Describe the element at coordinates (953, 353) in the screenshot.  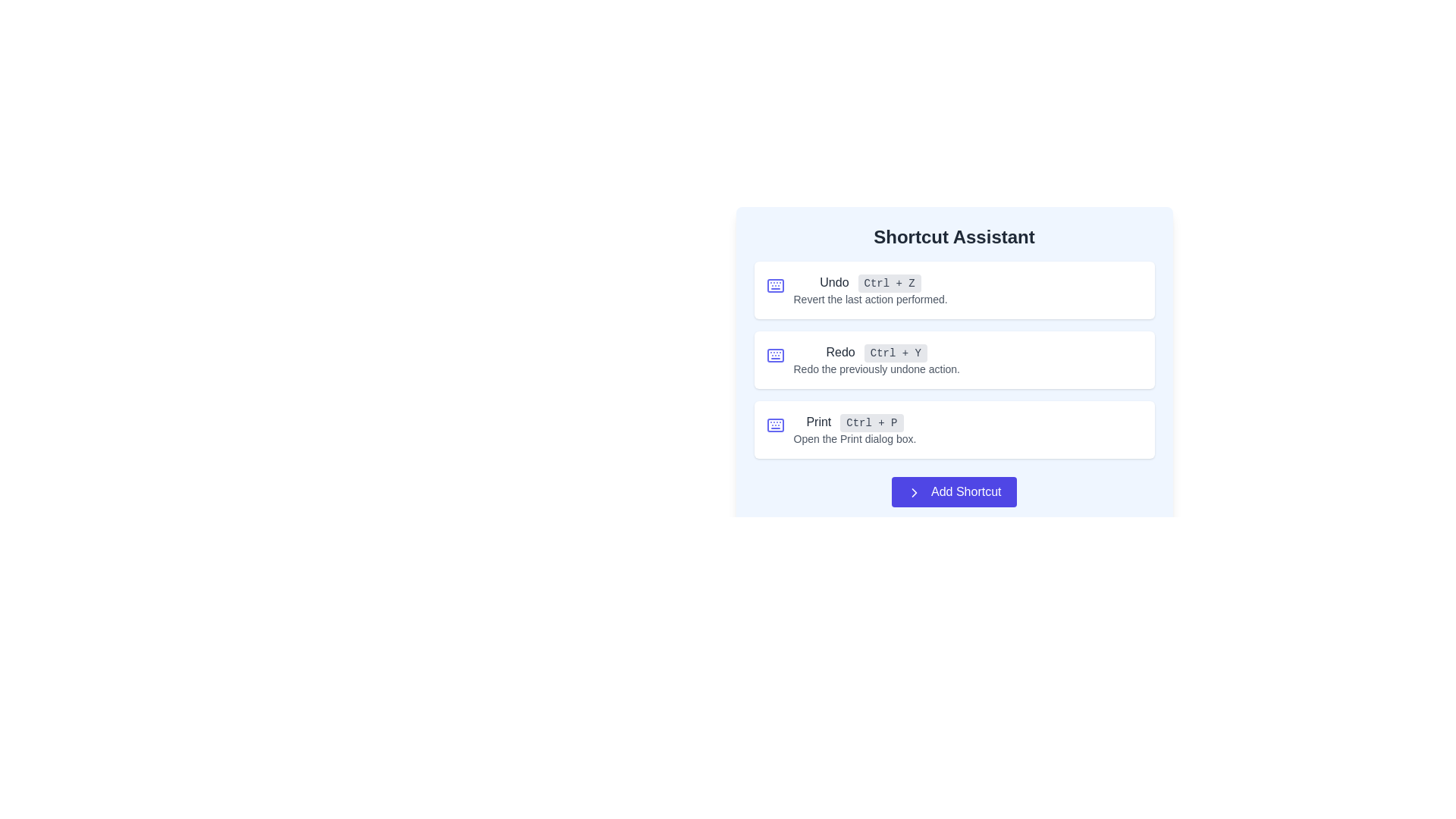
I see `the Information Card labeled 'Redo Ctrl + Y' which is the second item in the 'Shortcut Assistant' box` at that location.